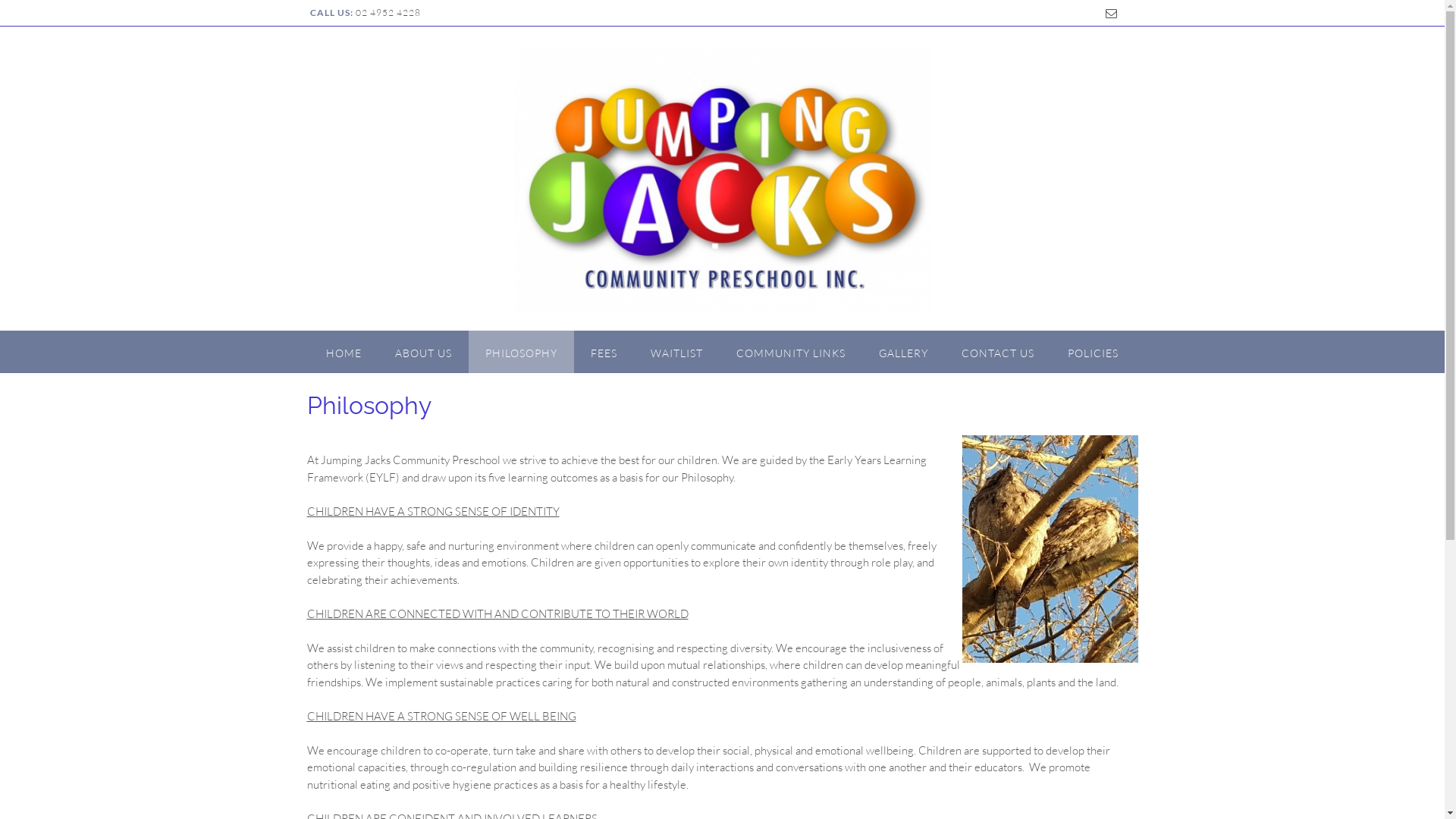 The height and width of the screenshot is (819, 1456). I want to click on 'WAITLIST', so click(676, 351).